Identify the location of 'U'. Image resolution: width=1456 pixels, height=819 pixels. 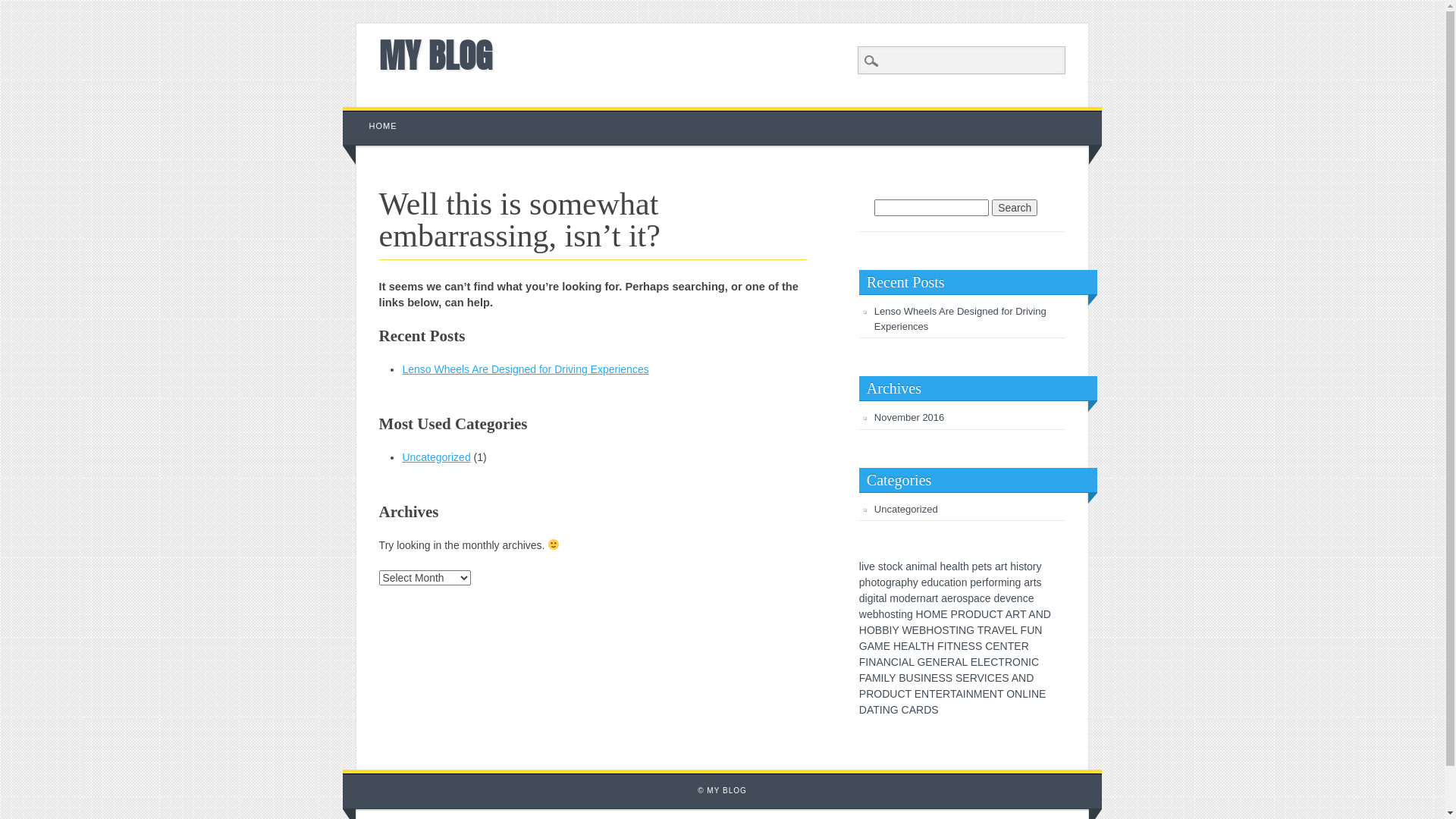
(910, 677).